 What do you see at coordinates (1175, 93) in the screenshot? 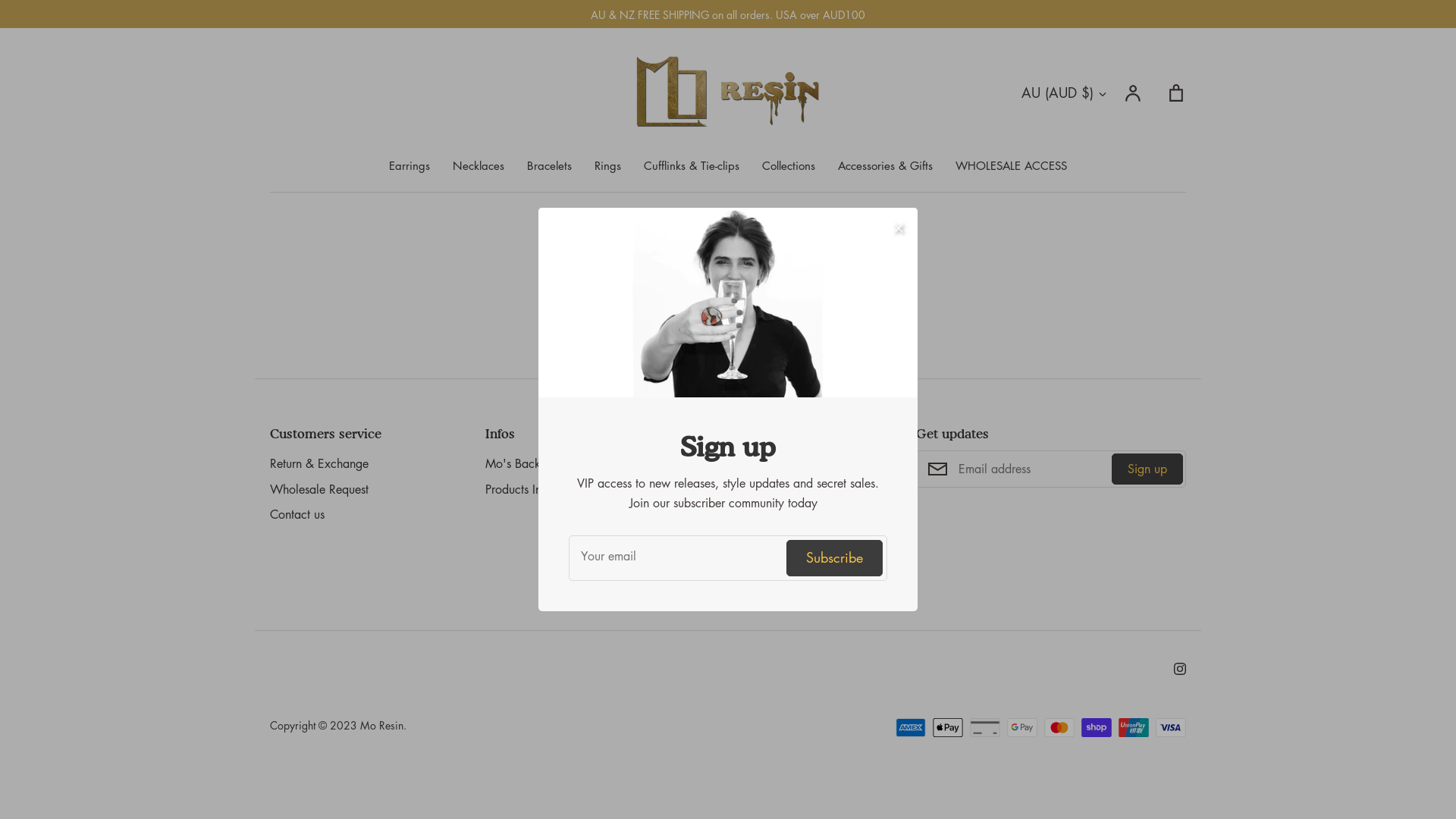
I see `'Cart'` at bounding box center [1175, 93].